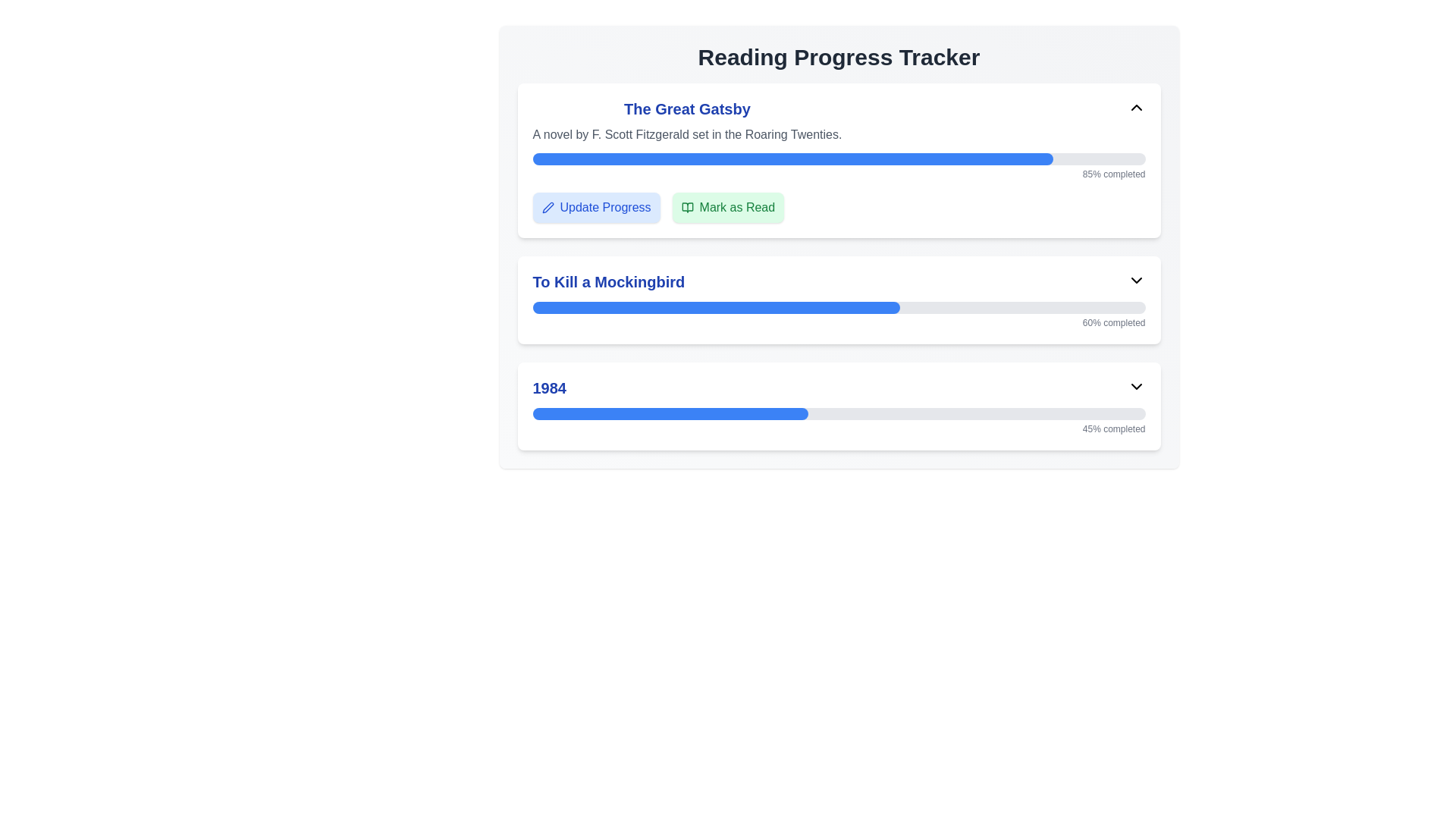  Describe the element at coordinates (547, 207) in the screenshot. I see `the pen icon located on the left side of the 'Update Progress' button, which is styled in blue with rounded corners, near the top of the 'The Great Gatsby' section` at that location.